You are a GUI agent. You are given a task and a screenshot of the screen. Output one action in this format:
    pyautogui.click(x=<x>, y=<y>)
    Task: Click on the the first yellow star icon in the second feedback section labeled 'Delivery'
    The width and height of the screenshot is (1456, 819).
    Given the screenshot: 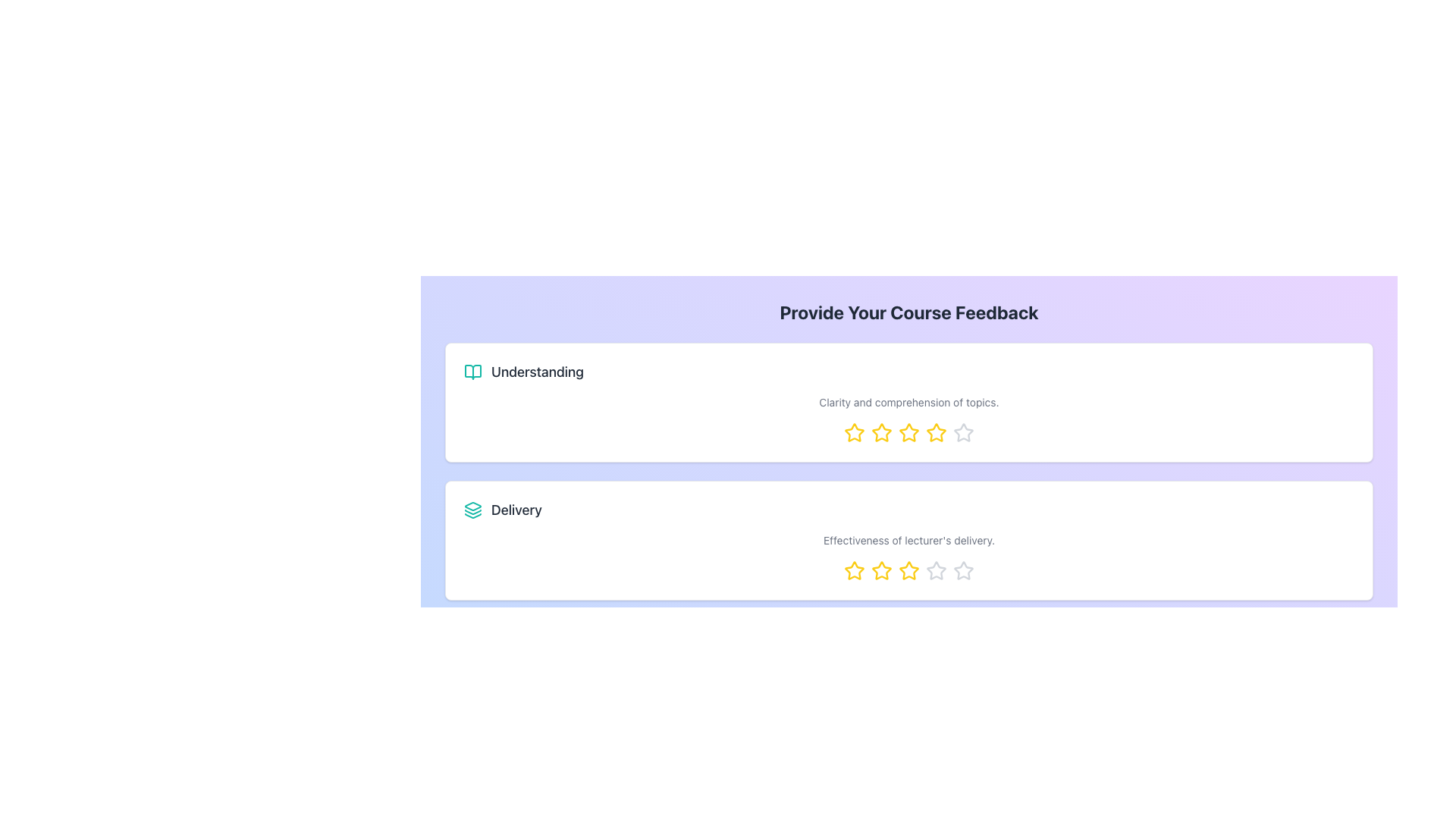 What is the action you would take?
    pyautogui.click(x=855, y=570)
    